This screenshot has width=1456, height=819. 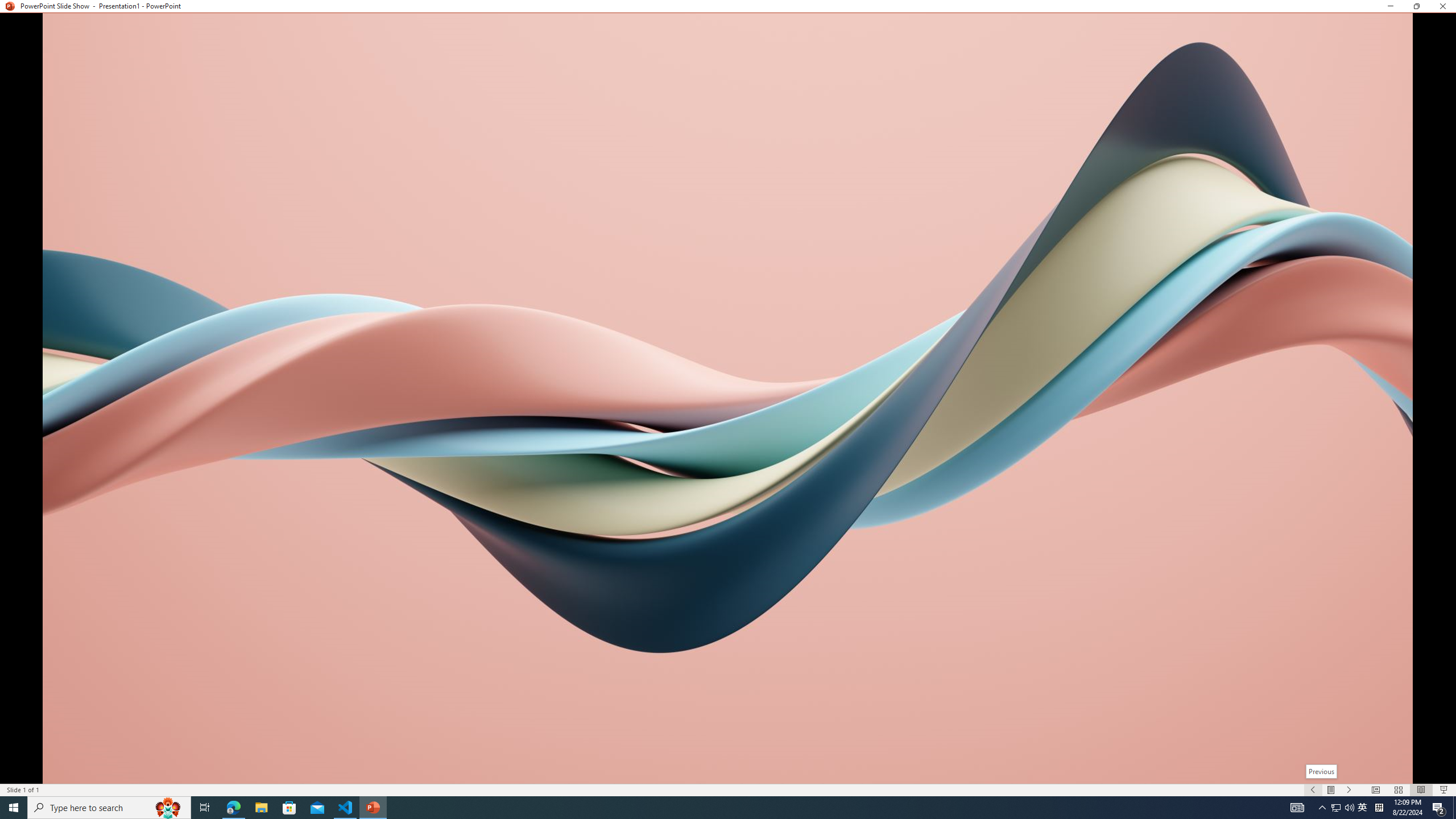 What do you see at coordinates (1313, 790) in the screenshot?
I see `'Slide Show Previous On'` at bounding box center [1313, 790].